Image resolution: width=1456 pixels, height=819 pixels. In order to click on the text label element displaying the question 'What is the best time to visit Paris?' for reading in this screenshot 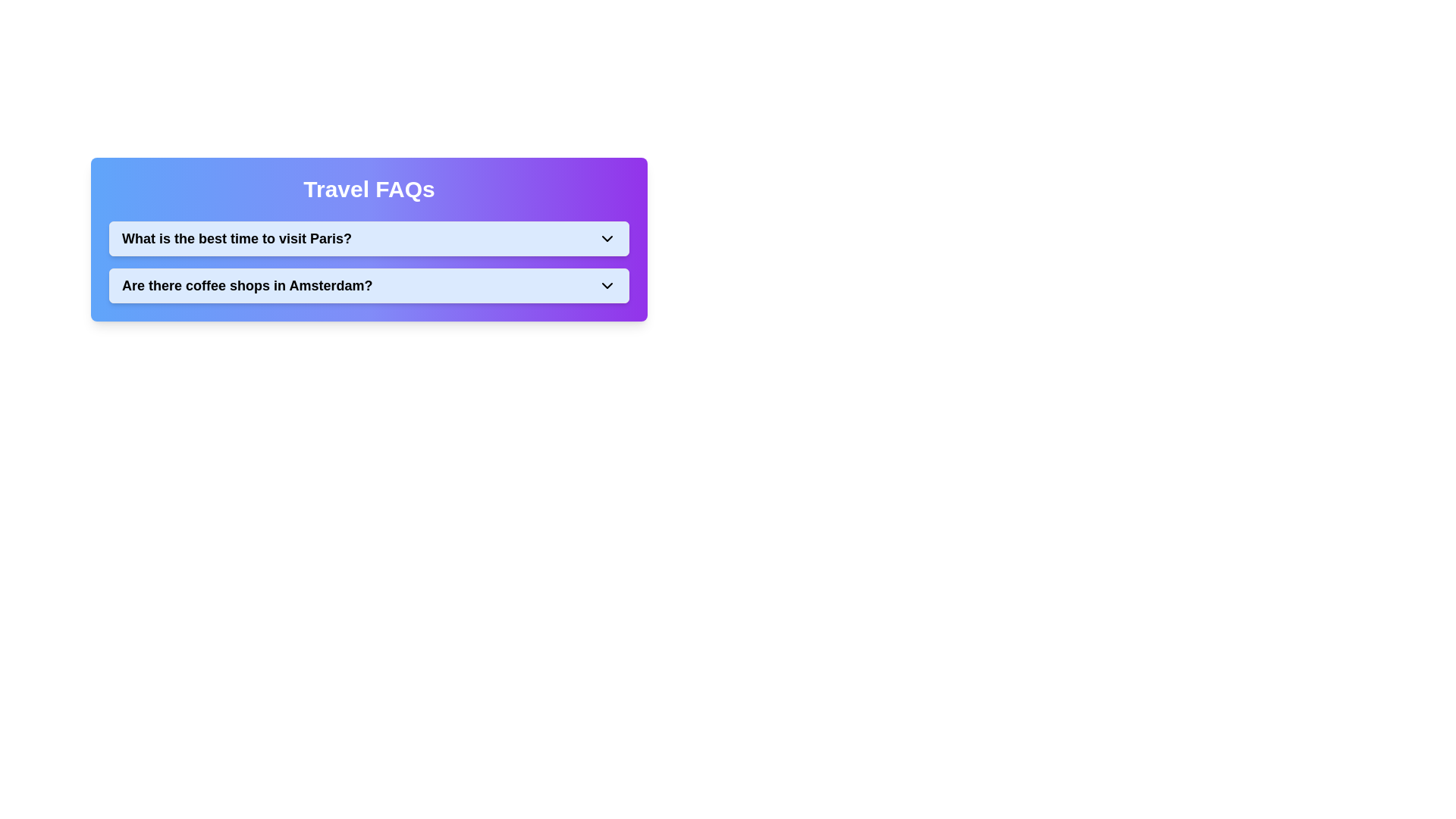, I will do `click(236, 239)`.